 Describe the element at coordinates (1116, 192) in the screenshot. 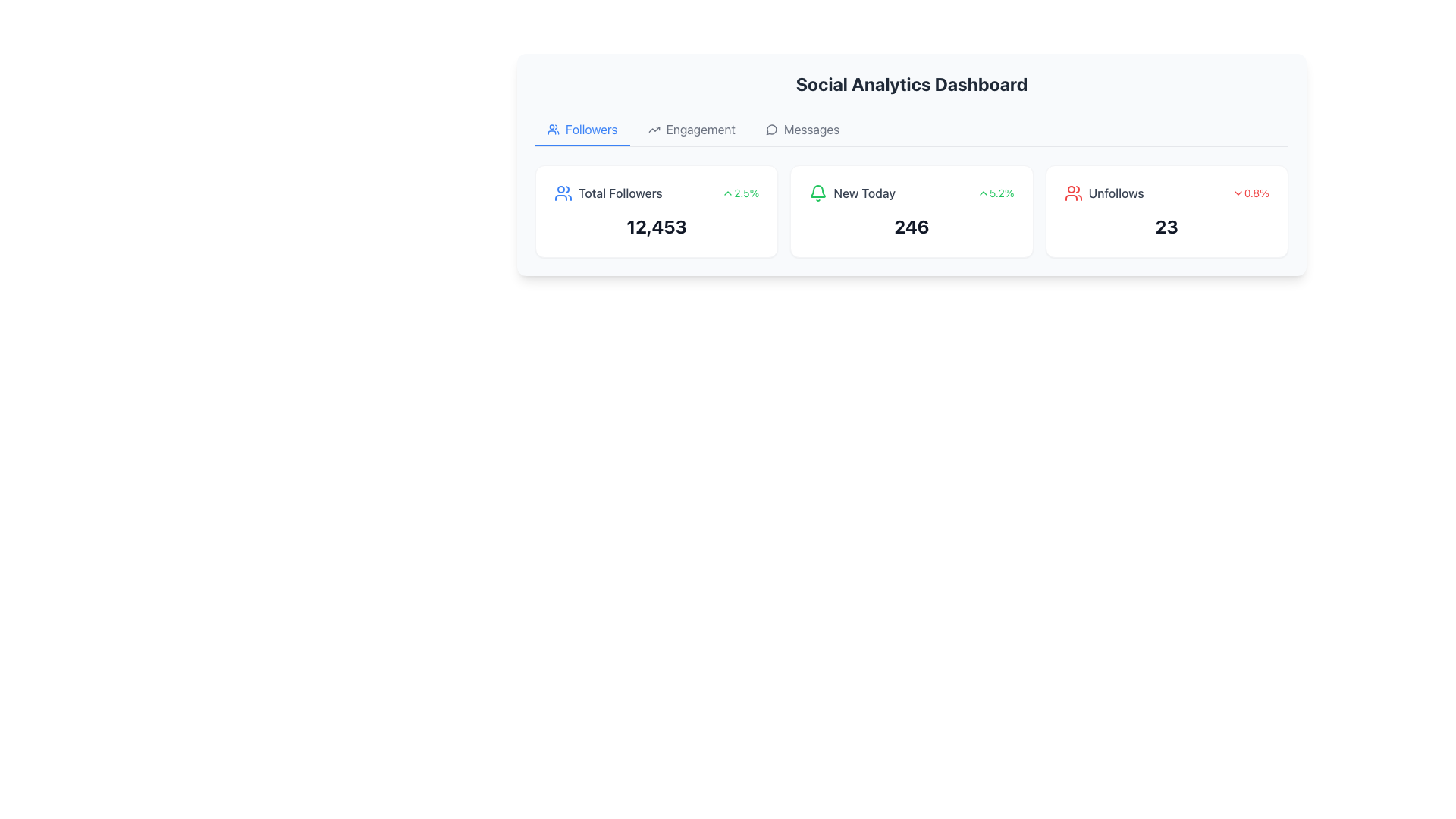

I see `the text label displaying 'Unfollows', which is styled in medium gray sans-serif font and positioned to the right of other statistical figures` at that location.